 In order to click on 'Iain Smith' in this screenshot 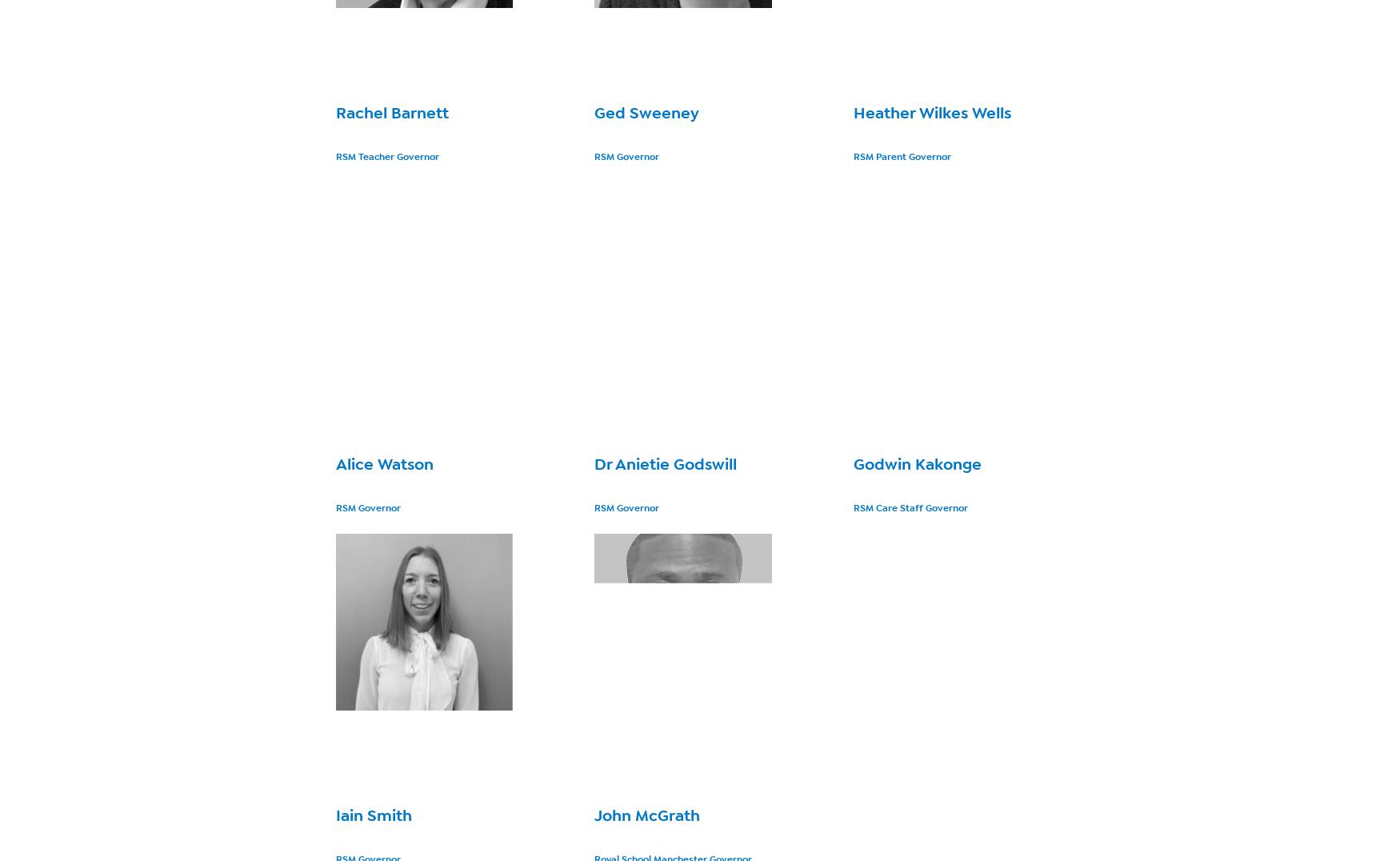, I will do `click(374, 815)`.